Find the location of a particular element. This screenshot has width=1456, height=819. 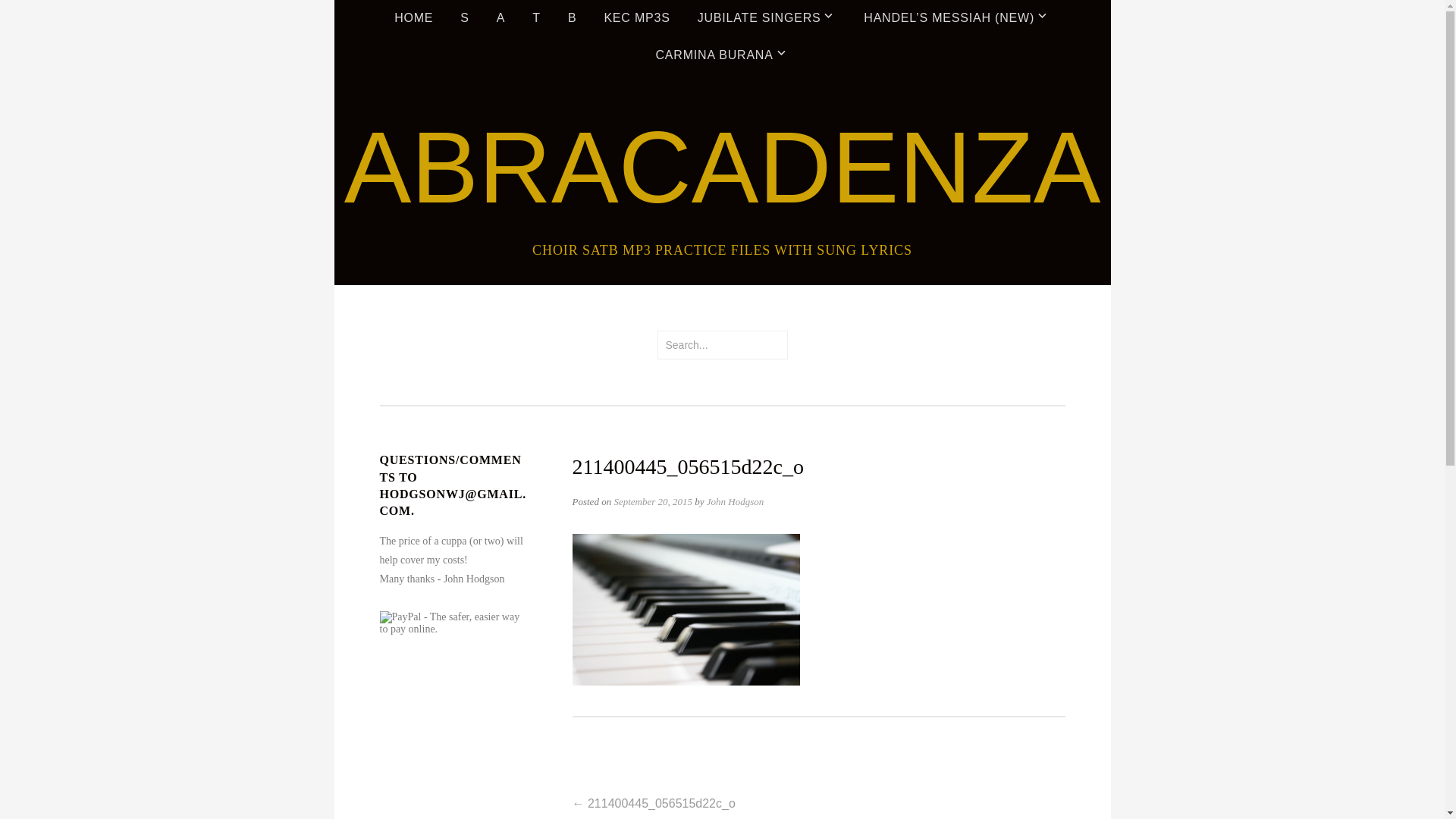

'T' is located at coordinates (520, 18).